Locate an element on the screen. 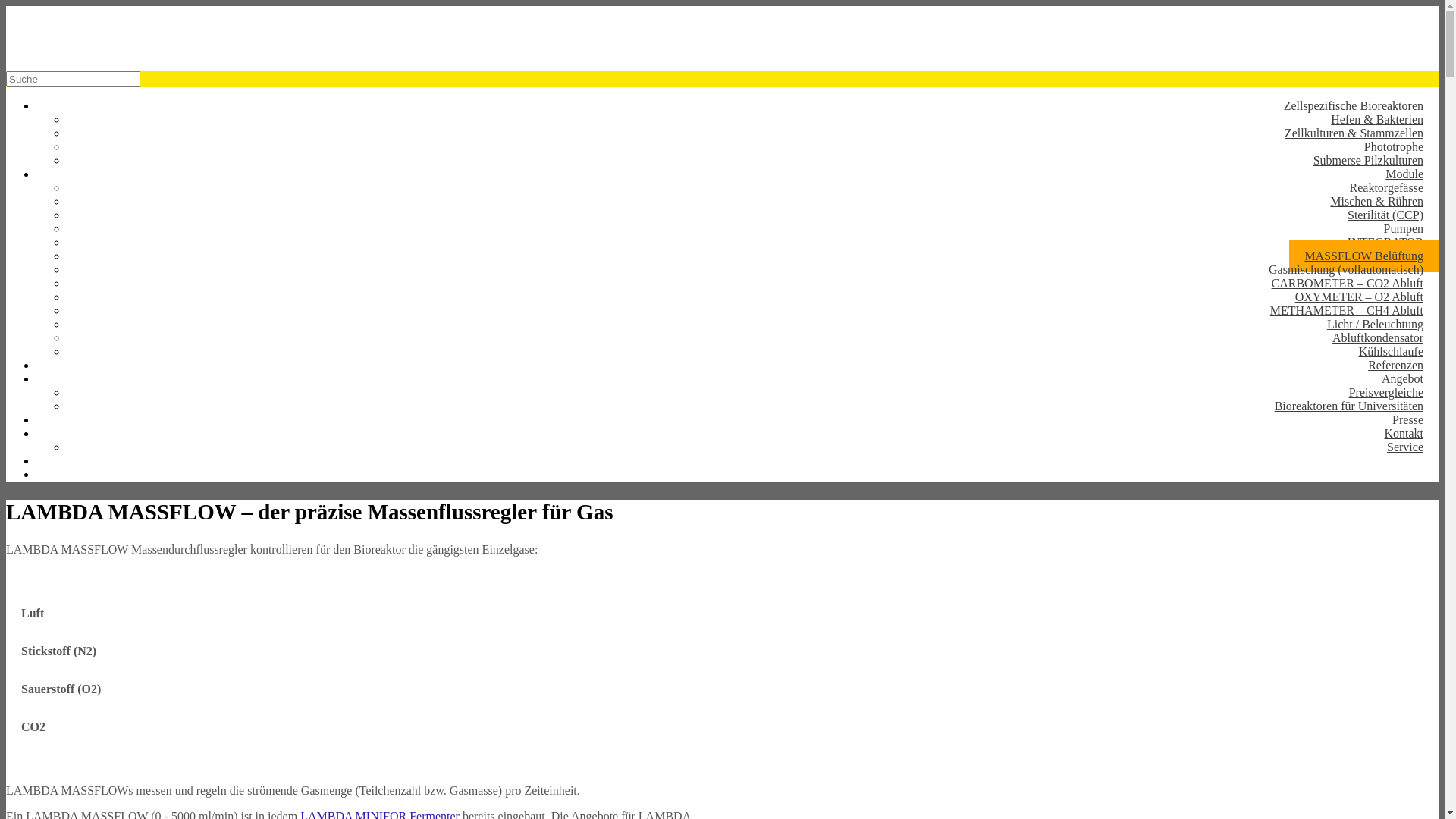 The height and width of the screenshot is (819, 1456). 'Submerse Pilzkulturen' is located at coordinates (1368, 160).